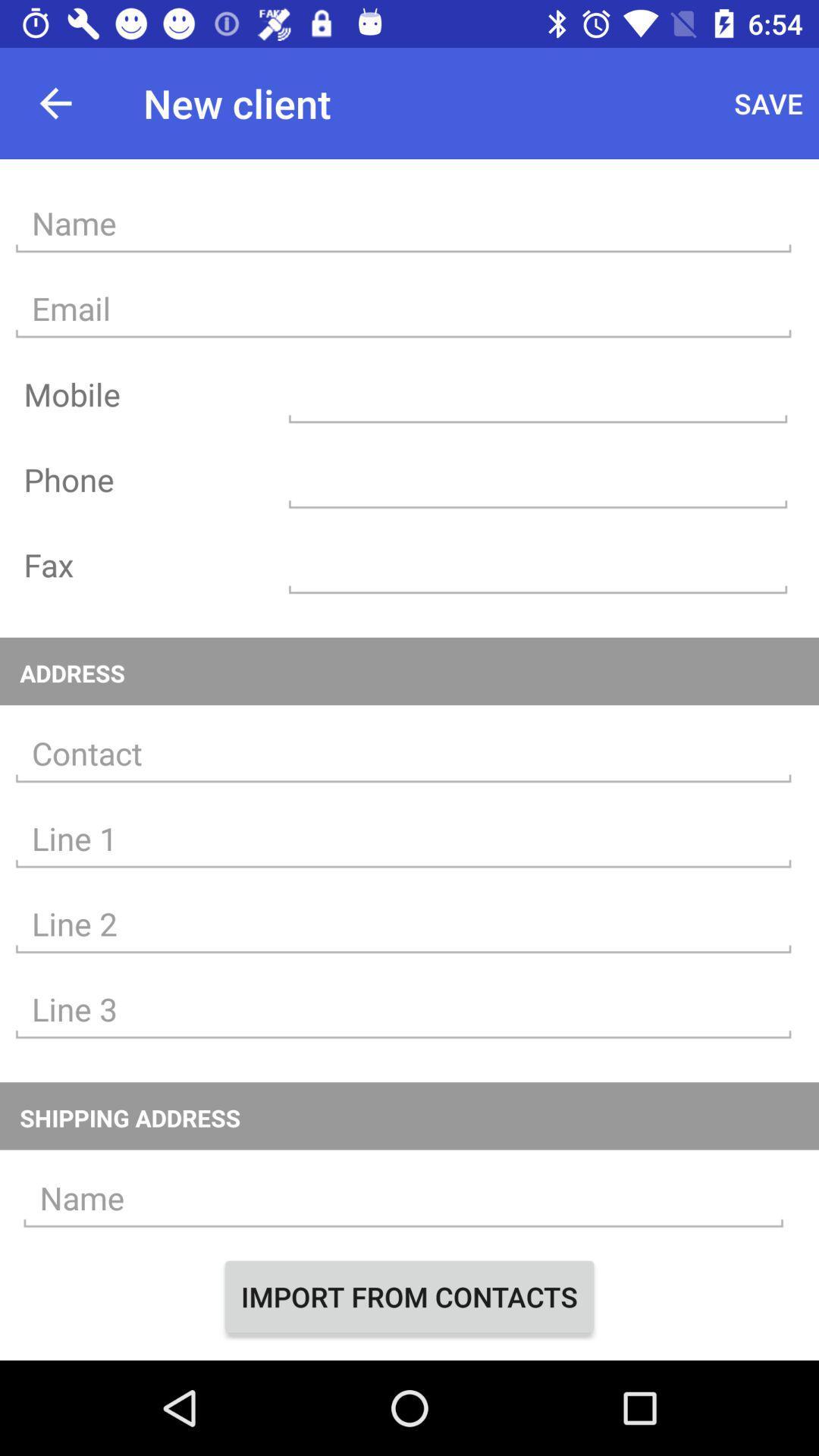 This screenshot has width=819, height=1456. Describe the element at coordinates (403, 754) in the screenshot. I see `icon below the address icon` at that location.